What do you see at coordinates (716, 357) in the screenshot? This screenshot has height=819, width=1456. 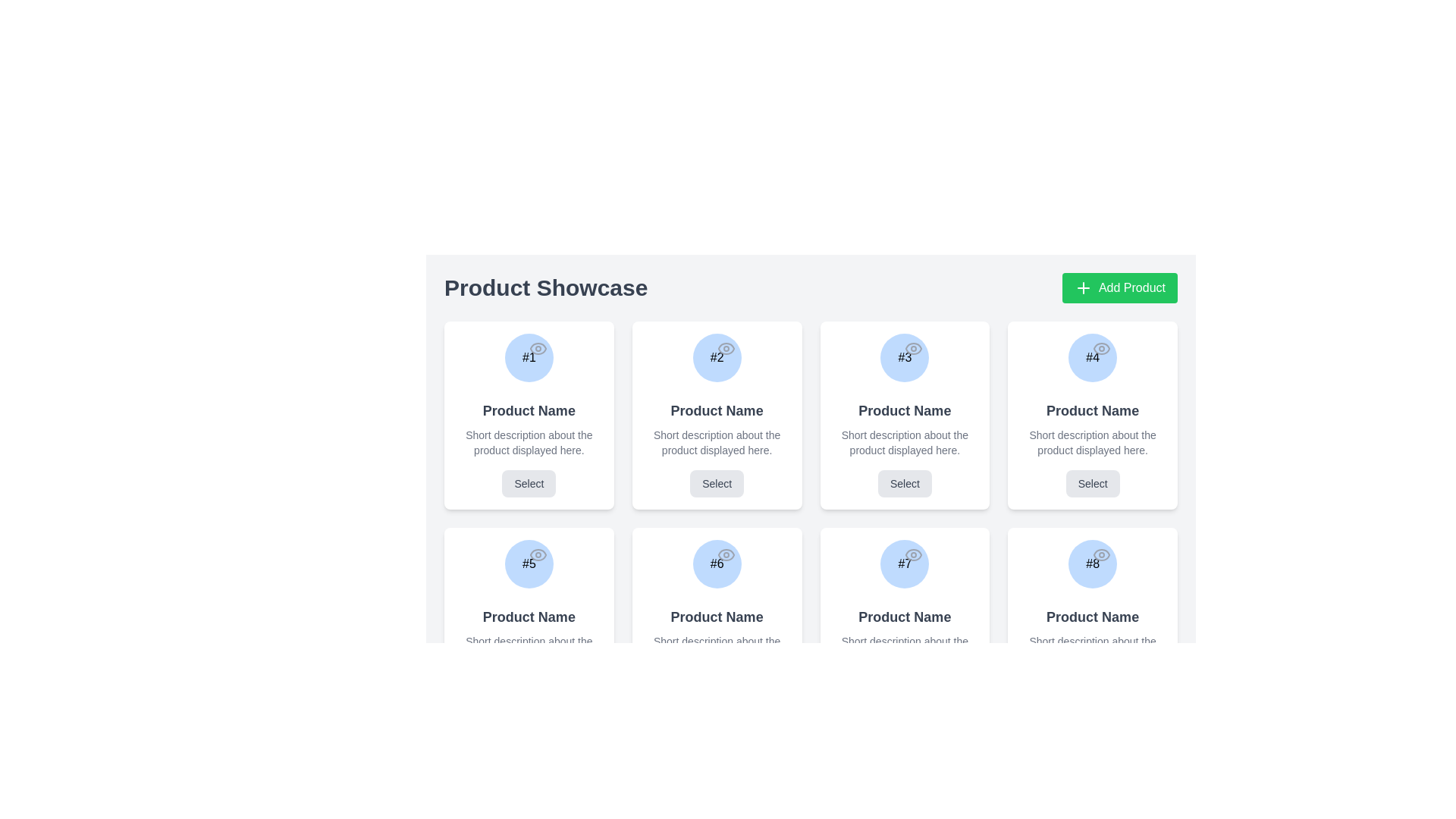 I see `the eye icon on the Identification Badge with a light blue background and the text '#2' in bold black font, located at the top of the card in the second column of the product showcase grid` at bounding box center [716, 357].